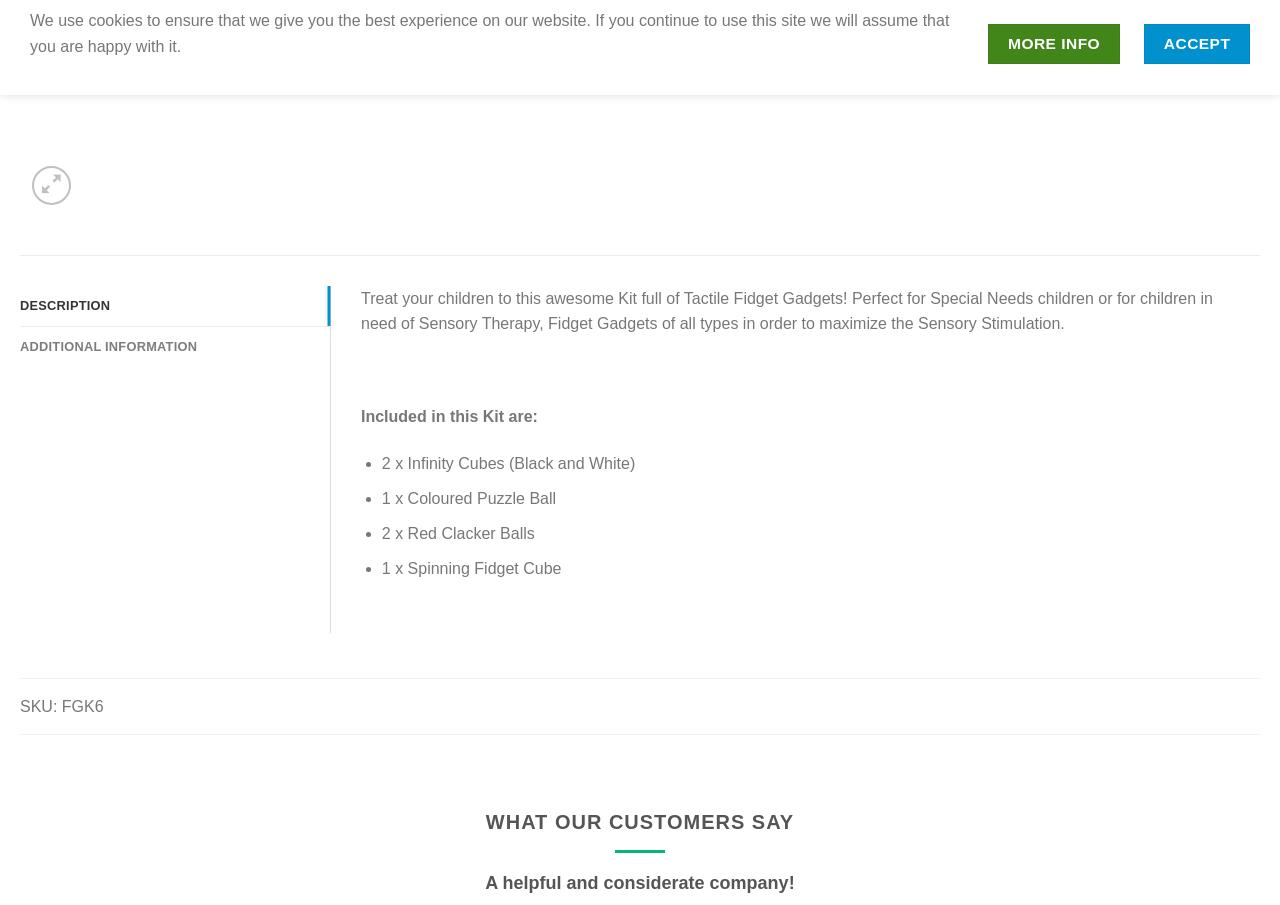 This screenshot has height=905, width=1280. What do you see at coordinates (467, 497) in the screenshot?
I see `'1 x Coloured Puzzle Ball'` at bounding box center [467, 497].